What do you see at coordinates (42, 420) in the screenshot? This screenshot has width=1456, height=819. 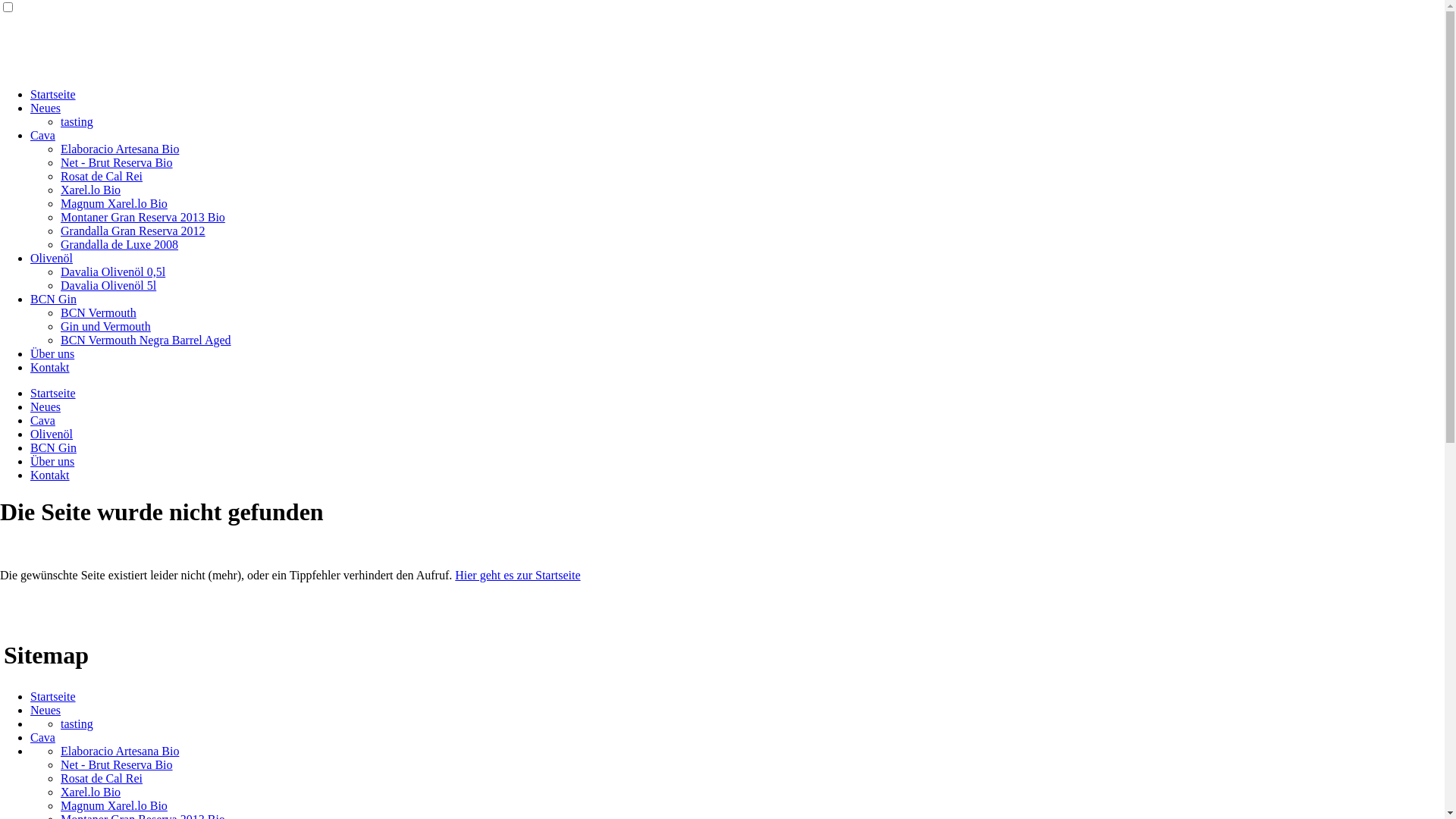 I see `'Cava'` at bounding box center [42, 420].